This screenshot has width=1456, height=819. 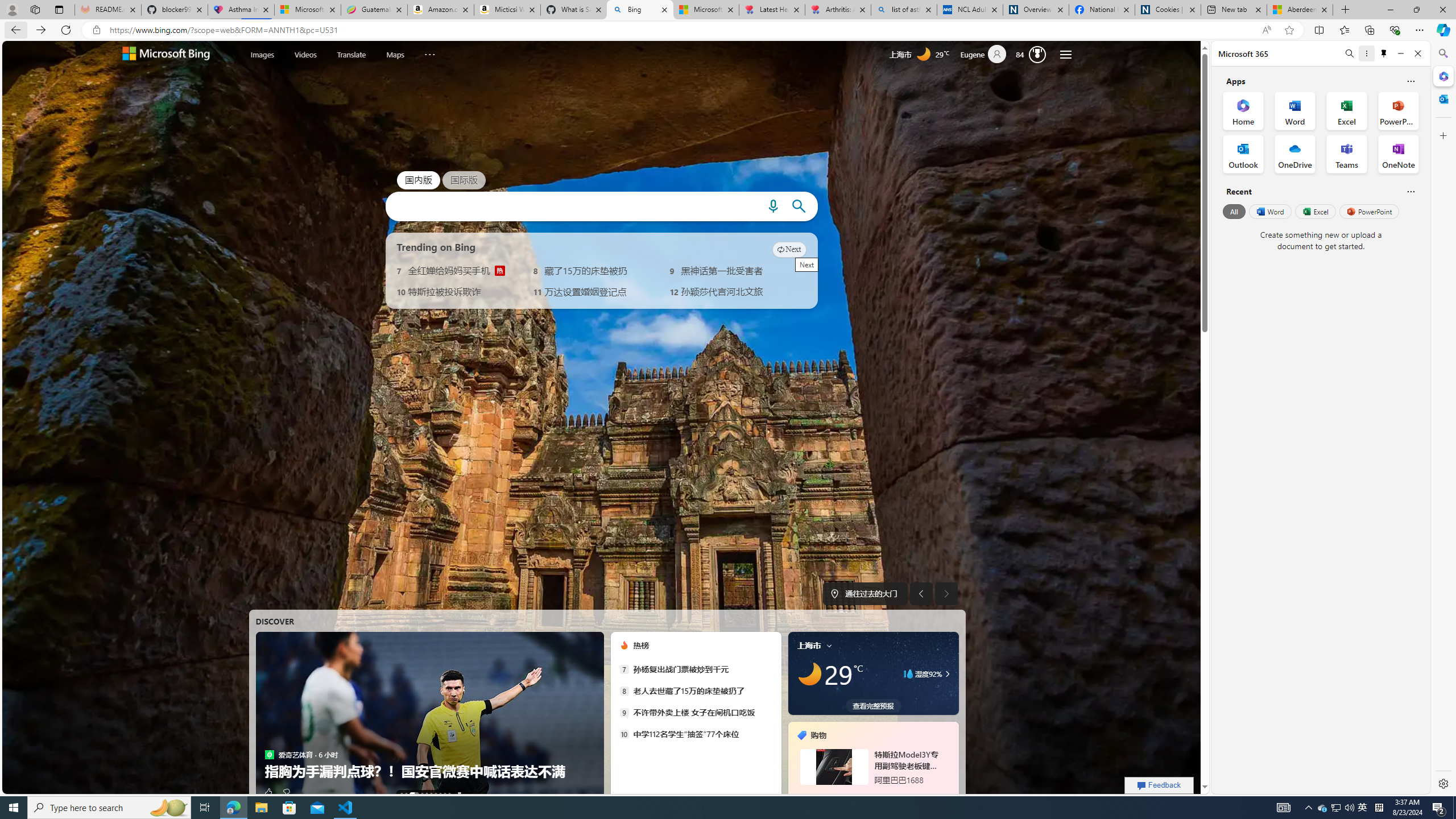 I want to click on 'Trending on Bing', so click(x=436, y=246).